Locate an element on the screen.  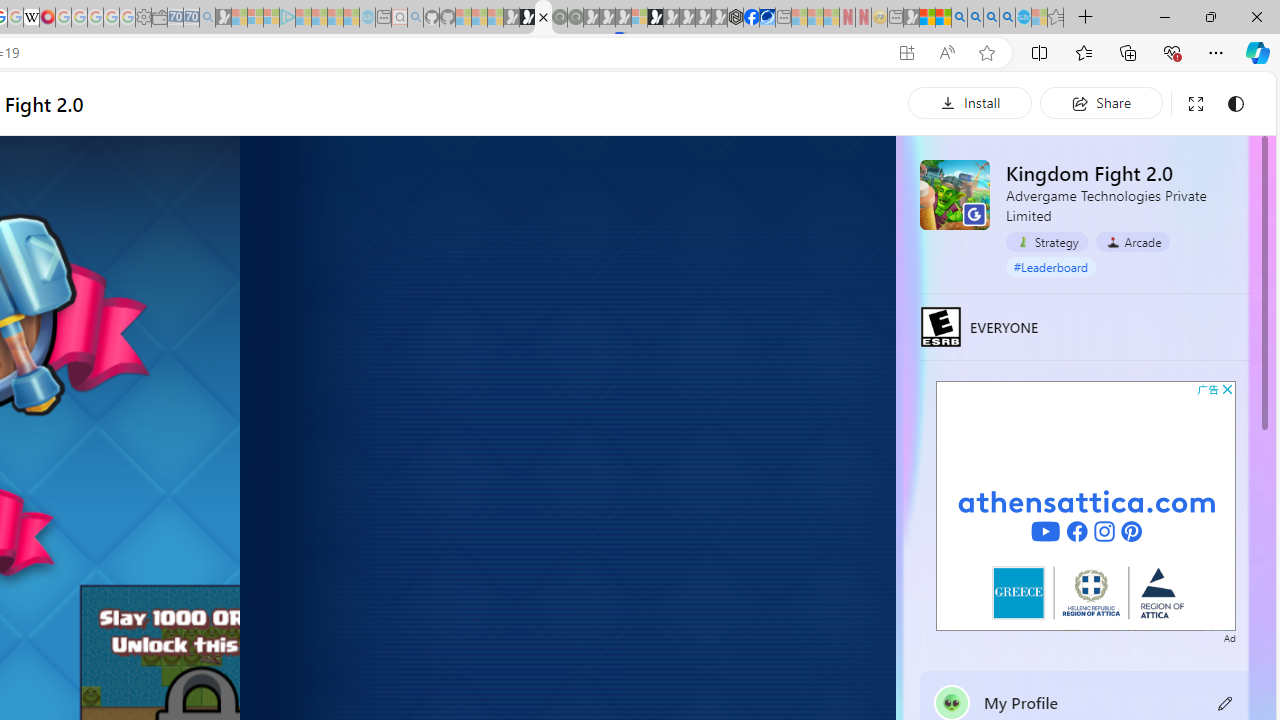
'Home | Sky Blue Bikes - Sky Blue Bikes - Sleeping' is located at coordinates (367, 17).